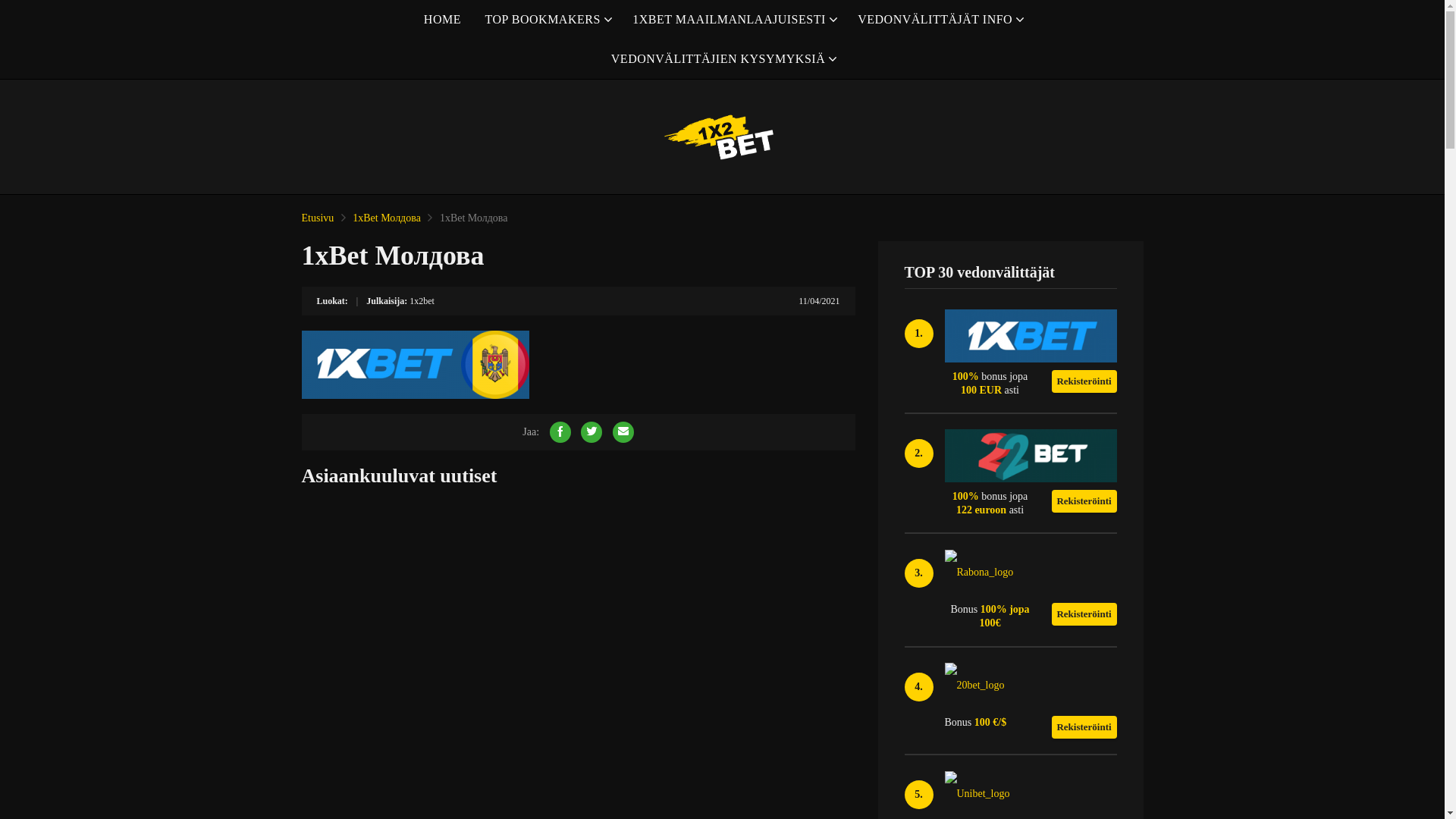 Image resolution: width=1456 pixels, height=819 pixels. Describe the element at coordinates (590, 432) in the screenshot. I see `'Share on Twitter'` at that location.